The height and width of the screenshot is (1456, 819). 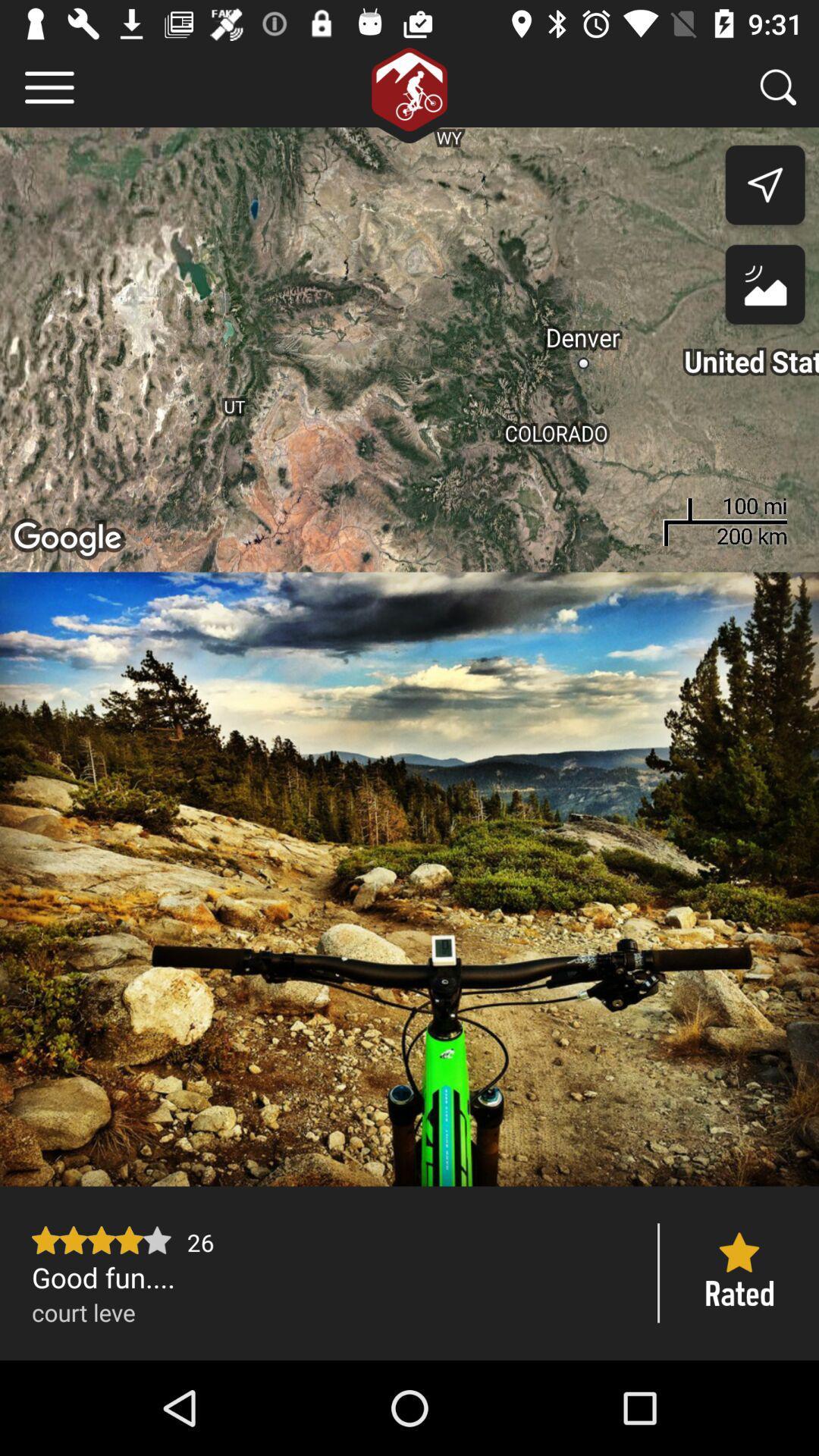 I want to click on settings, so click(x=49, y=86).